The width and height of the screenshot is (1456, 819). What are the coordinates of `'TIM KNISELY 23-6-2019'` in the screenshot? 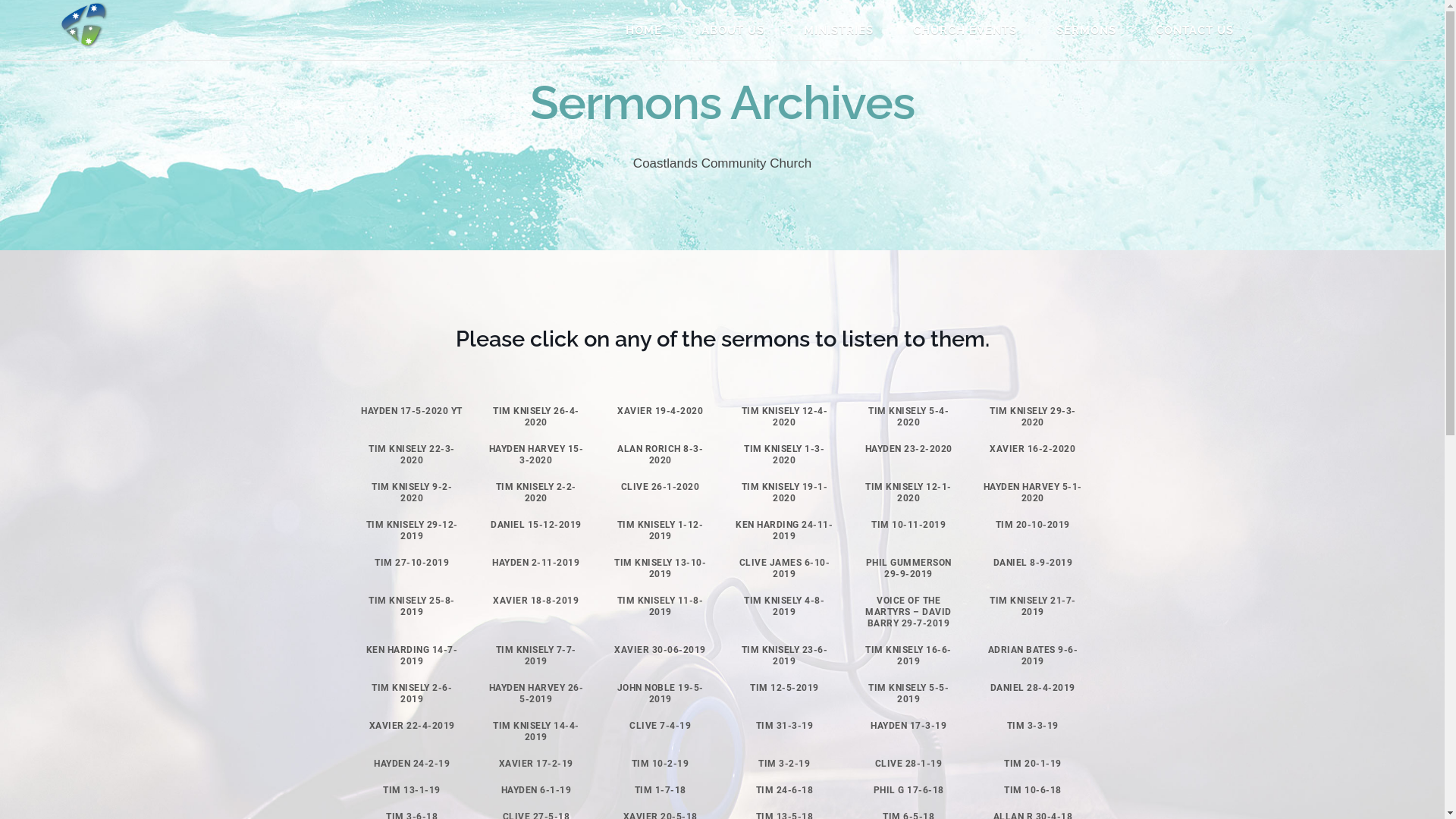 It's located at (785, 654).